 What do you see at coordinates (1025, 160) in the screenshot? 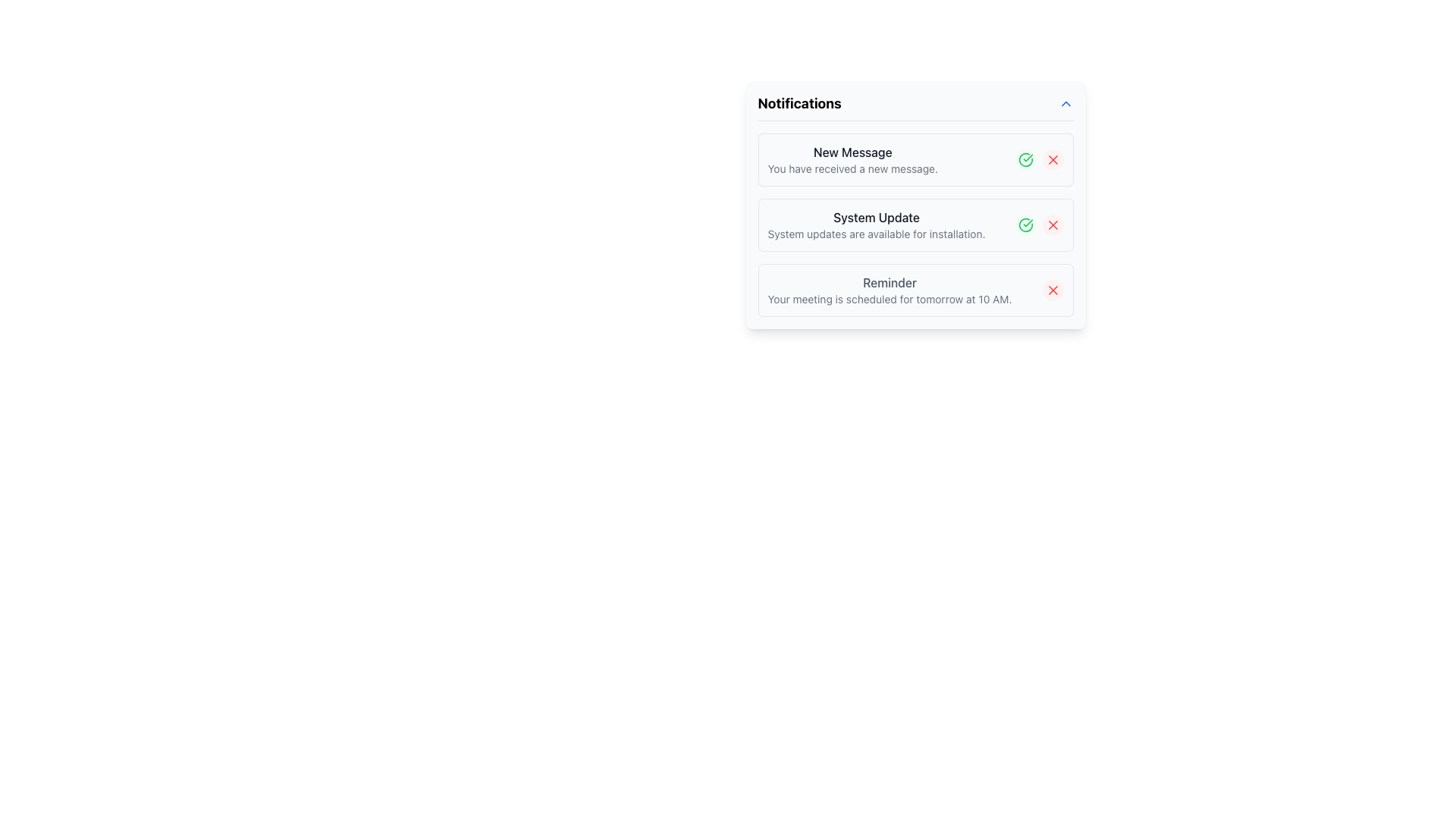
I see `the circular green button with a checkmark icon, located before the red 'Delete Notification' button in the notification panel` at bounding box center [1025, 160].